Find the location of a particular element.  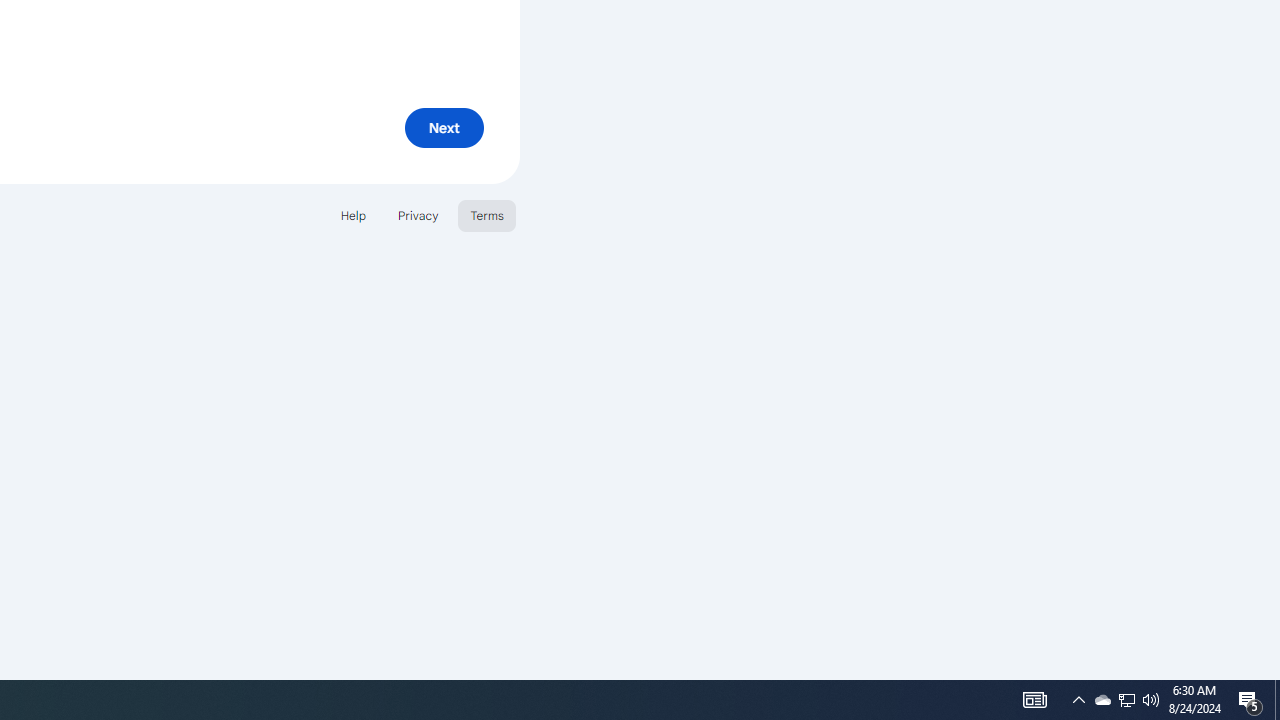

'Terms' is located at coordinates (487, 215).